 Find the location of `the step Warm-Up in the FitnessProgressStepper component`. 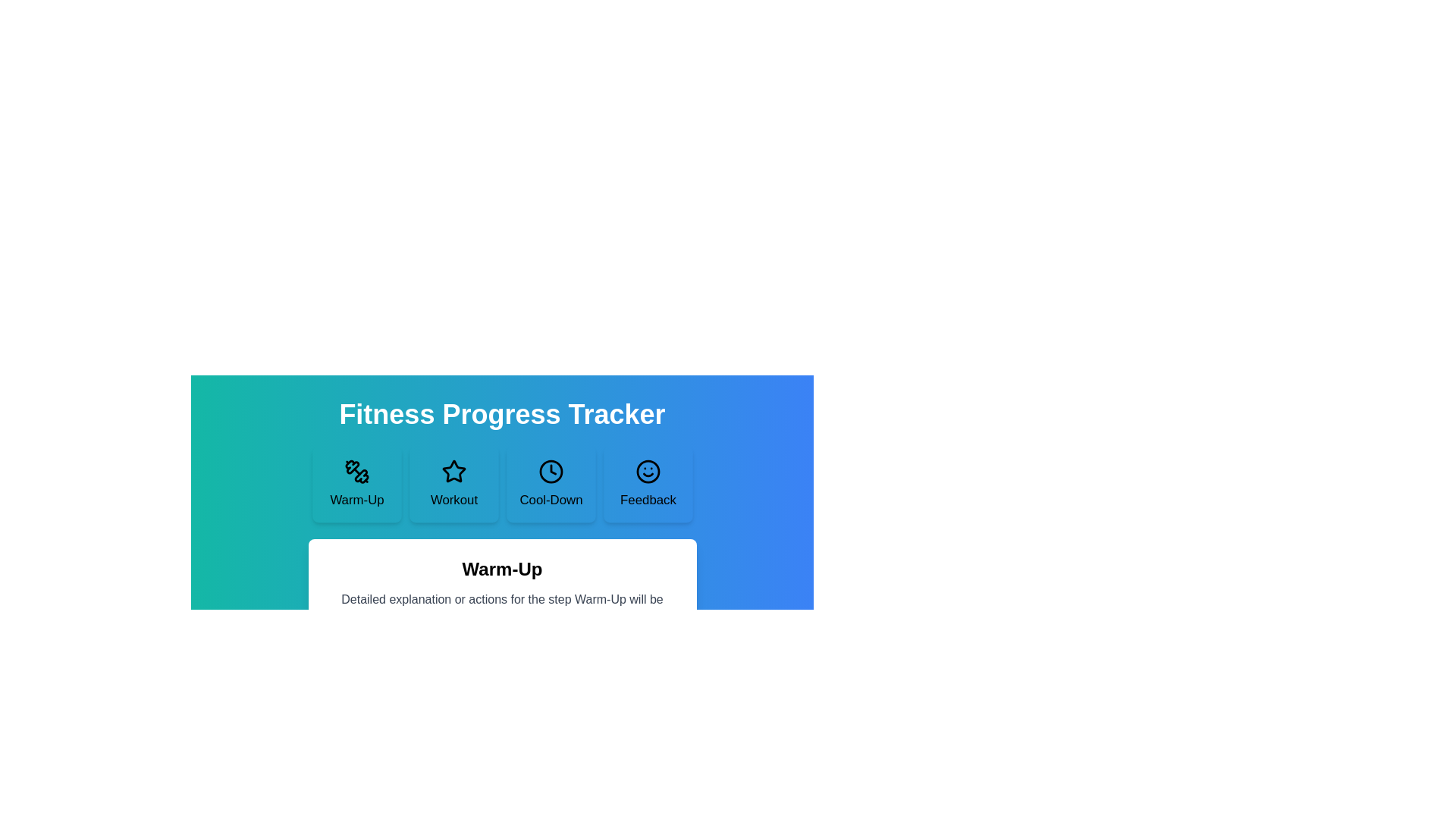

the step Warm-Up in the FitnessProgressStepper component is located at coordinates (356, 485).